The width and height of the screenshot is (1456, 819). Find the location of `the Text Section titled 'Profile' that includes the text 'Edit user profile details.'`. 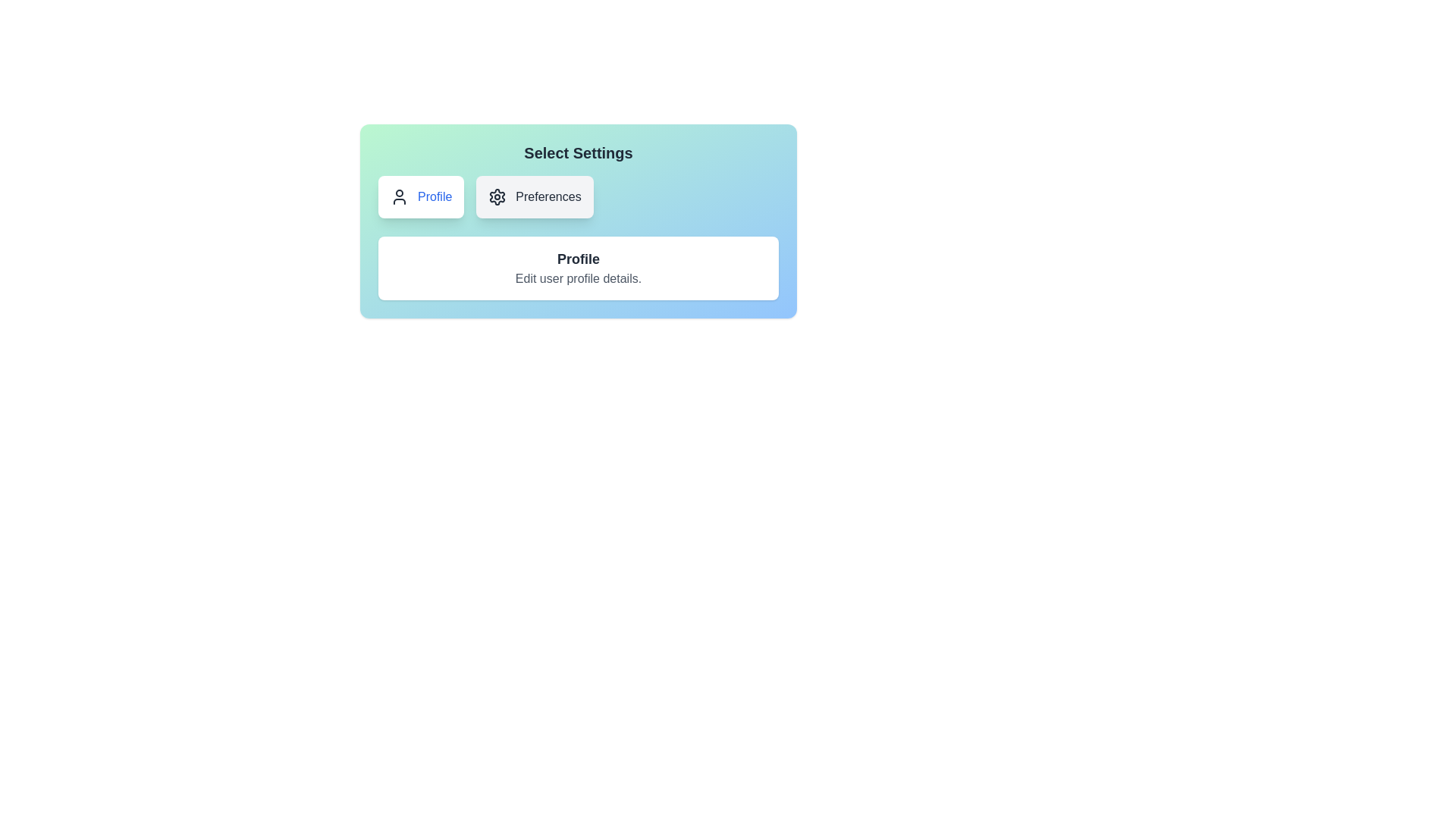

the Text Section titled 'Profile' that includes the text 'Edit user profile details.' is located at coordinates (578, 268).